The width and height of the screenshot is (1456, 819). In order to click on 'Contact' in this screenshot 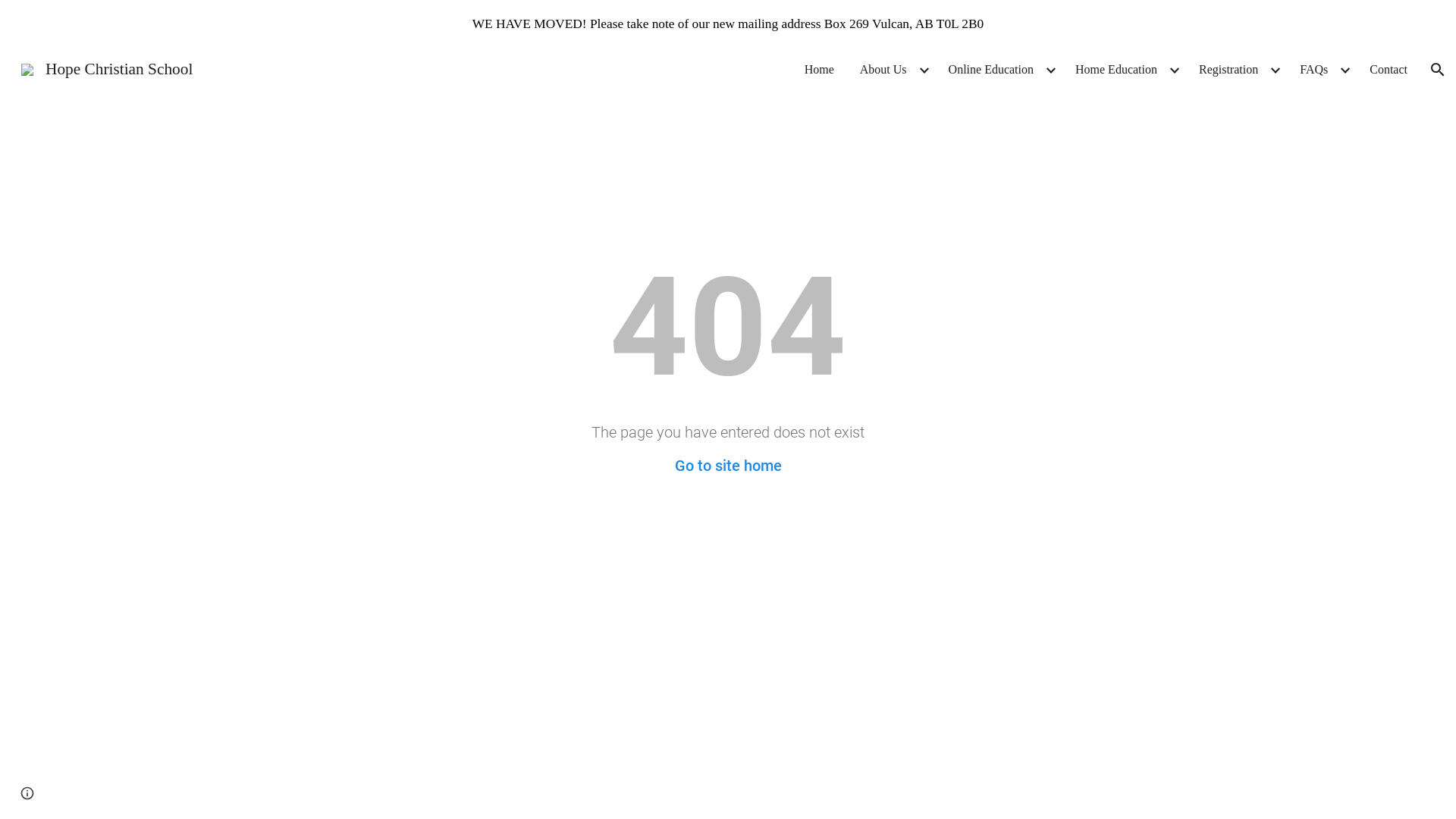, I will do `click(1388, 70)`.